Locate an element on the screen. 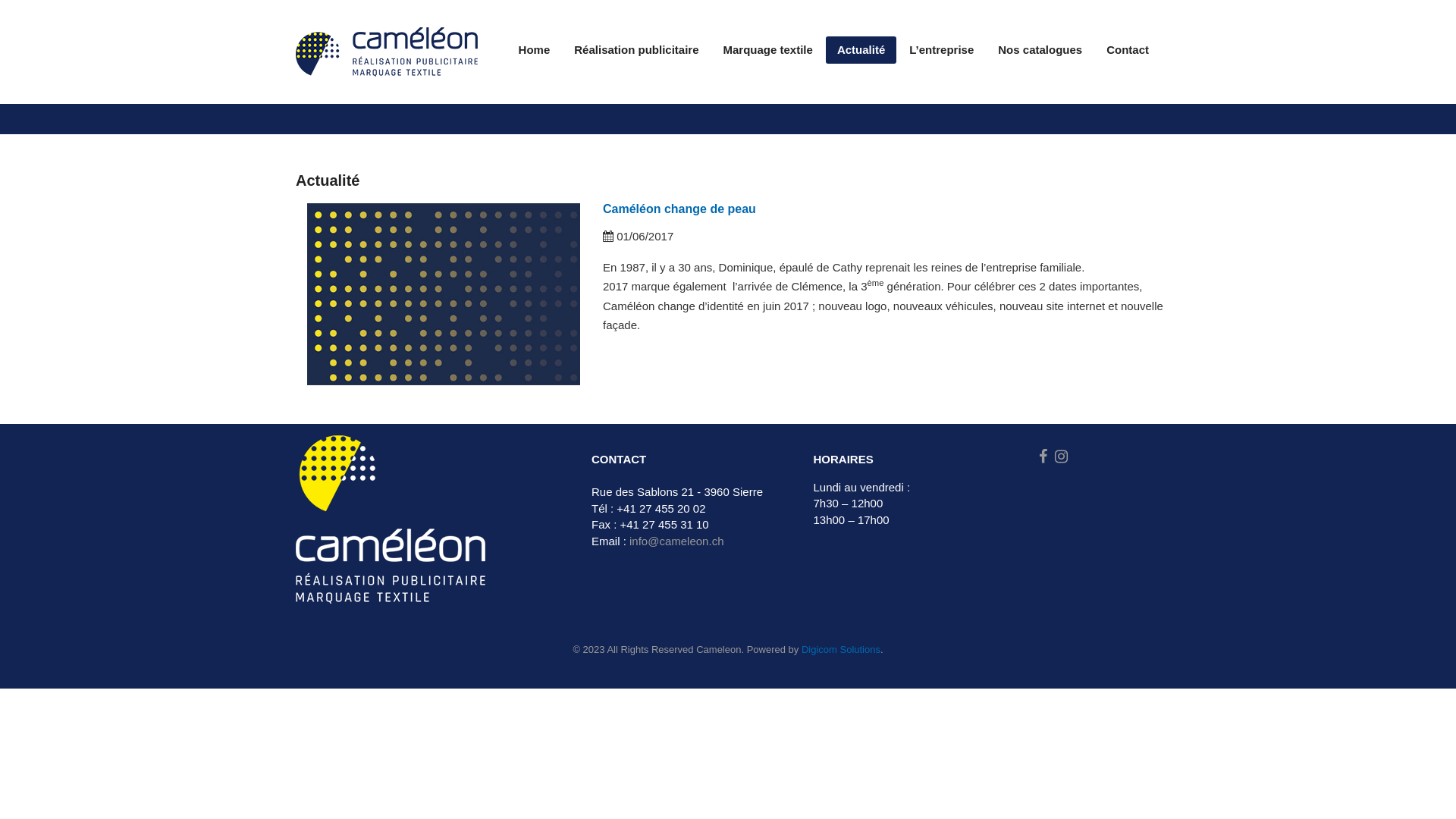 This screenshot has height=819, width=1456. 'Facebook' is located at coordinates (1042, 456).